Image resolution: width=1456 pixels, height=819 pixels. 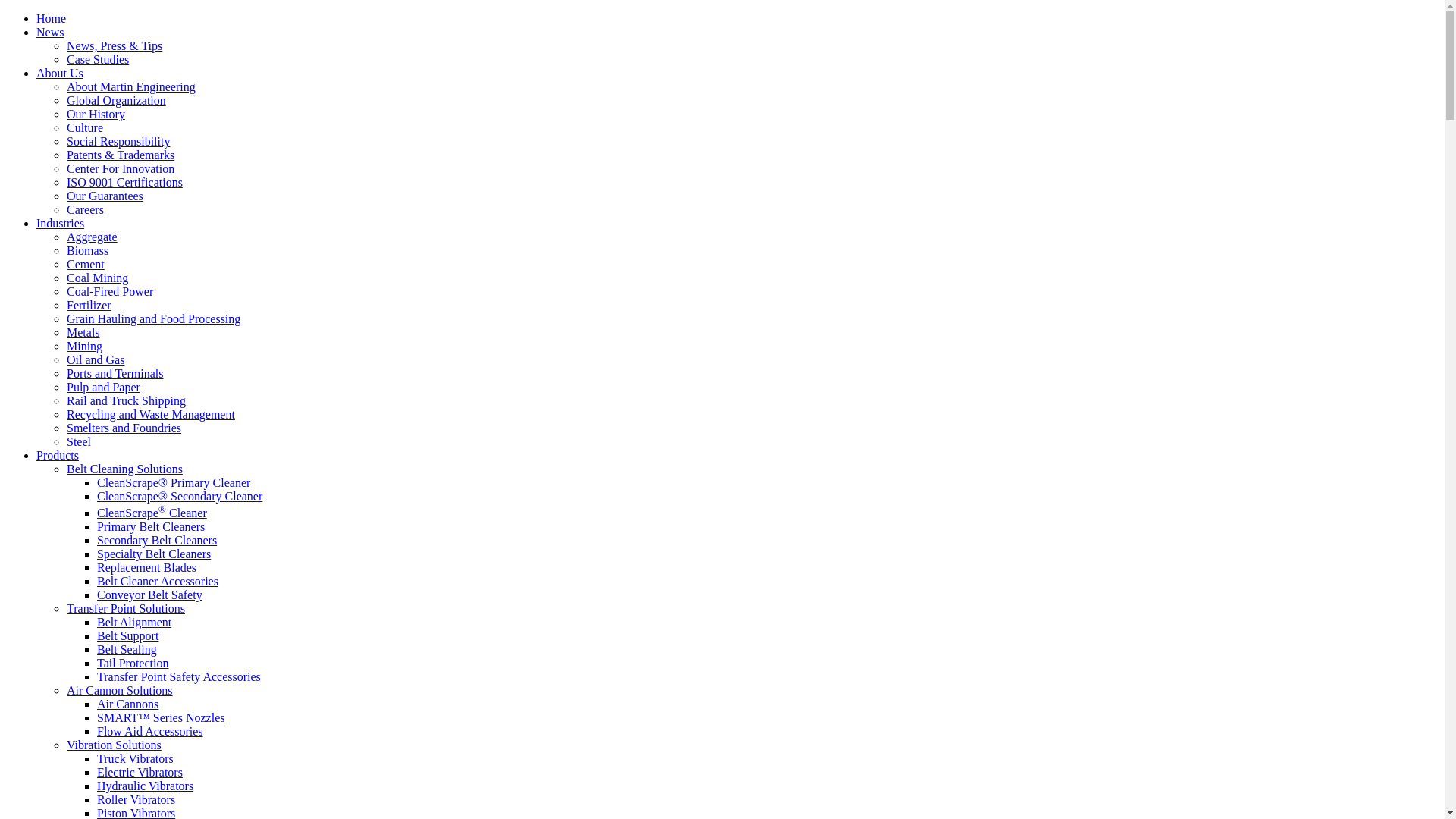 What do you see at coordinates (96, 526) in the screenshot?
I see `'Primary Belt Cleaners'` at bounding box center [96, 526].